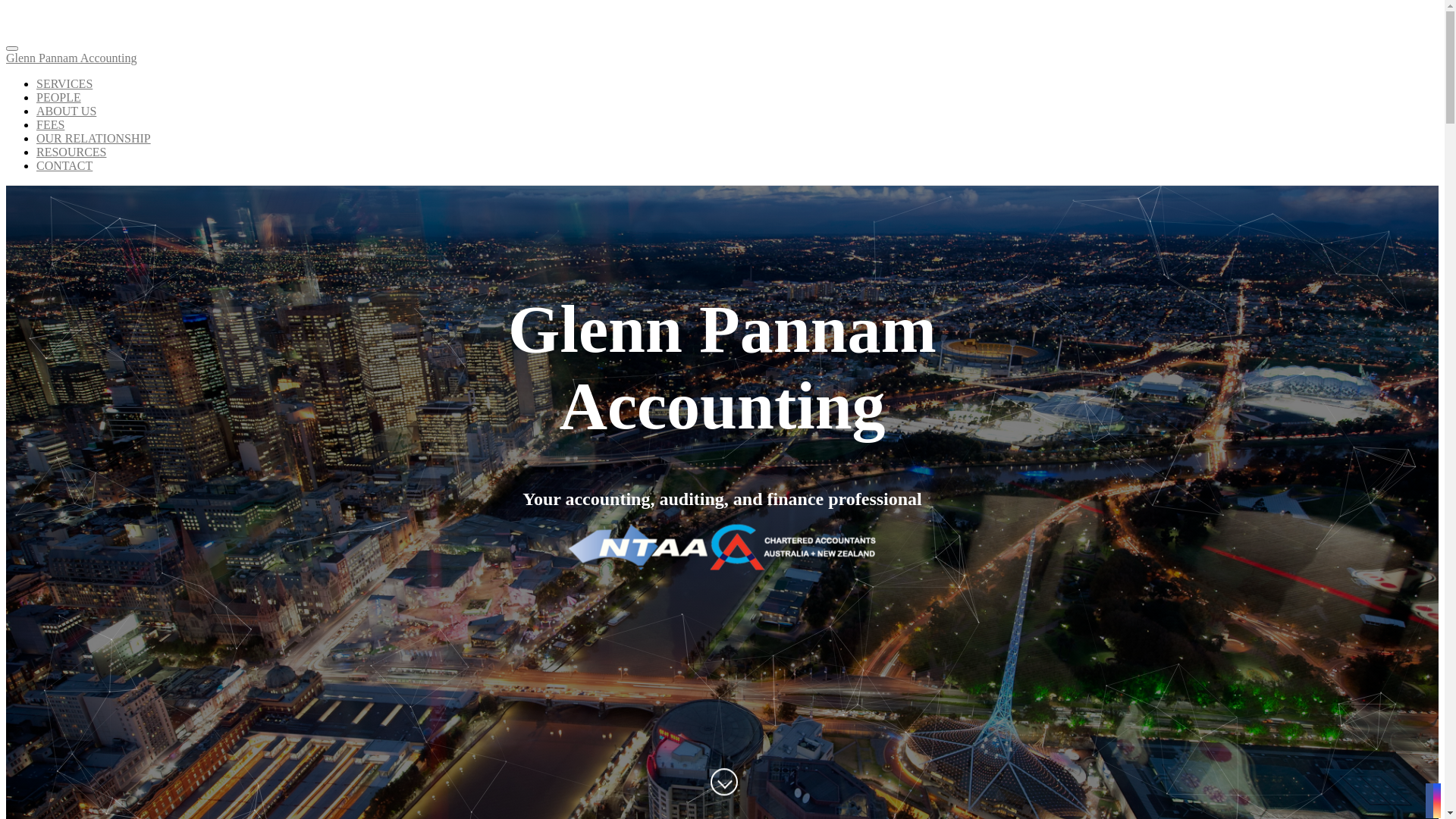 This screenshot has height=819, width=1456. I want to click on 'RESOURCES', so click(71, 152).